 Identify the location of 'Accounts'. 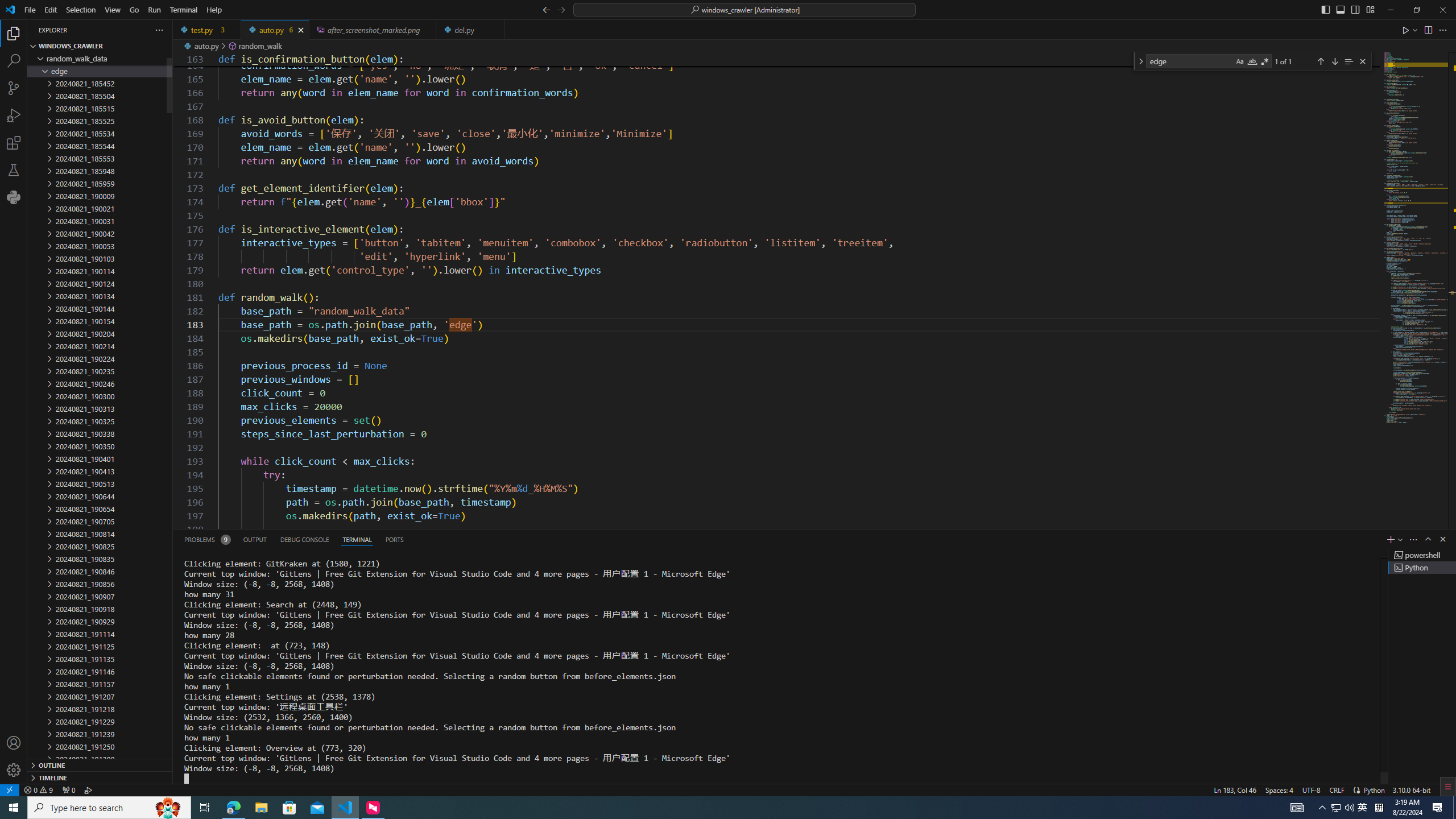
(14, 742).